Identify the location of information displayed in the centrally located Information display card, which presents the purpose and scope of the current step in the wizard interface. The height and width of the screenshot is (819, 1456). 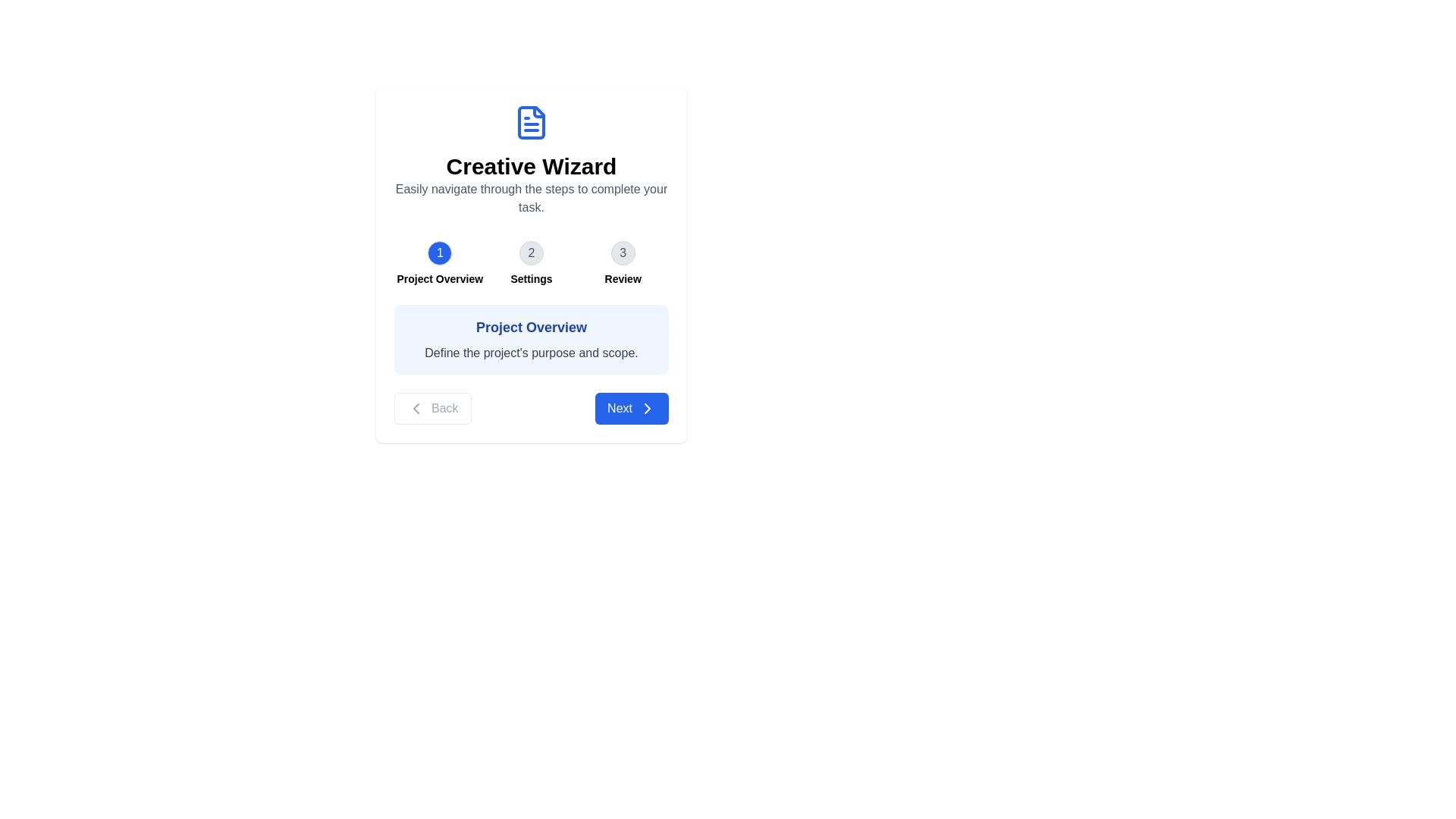
(531, 338).